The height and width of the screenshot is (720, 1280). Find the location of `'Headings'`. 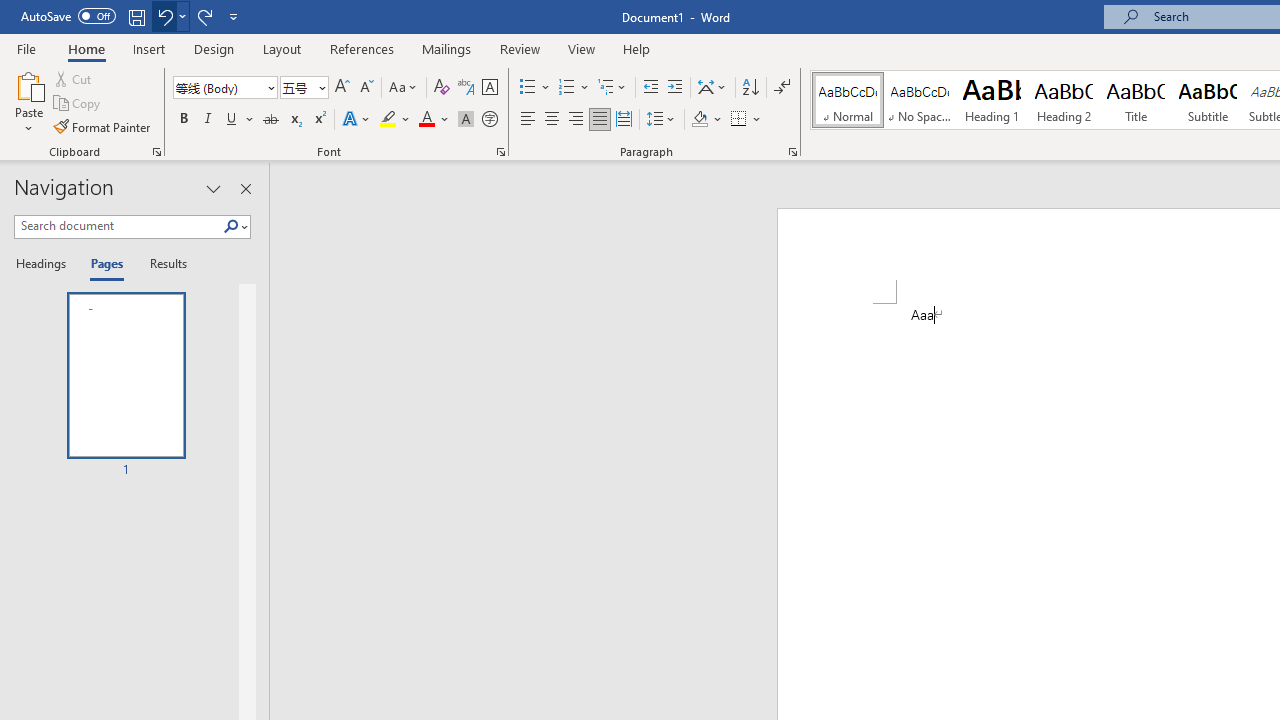

'Headings' is located at coordinates (45, 264).